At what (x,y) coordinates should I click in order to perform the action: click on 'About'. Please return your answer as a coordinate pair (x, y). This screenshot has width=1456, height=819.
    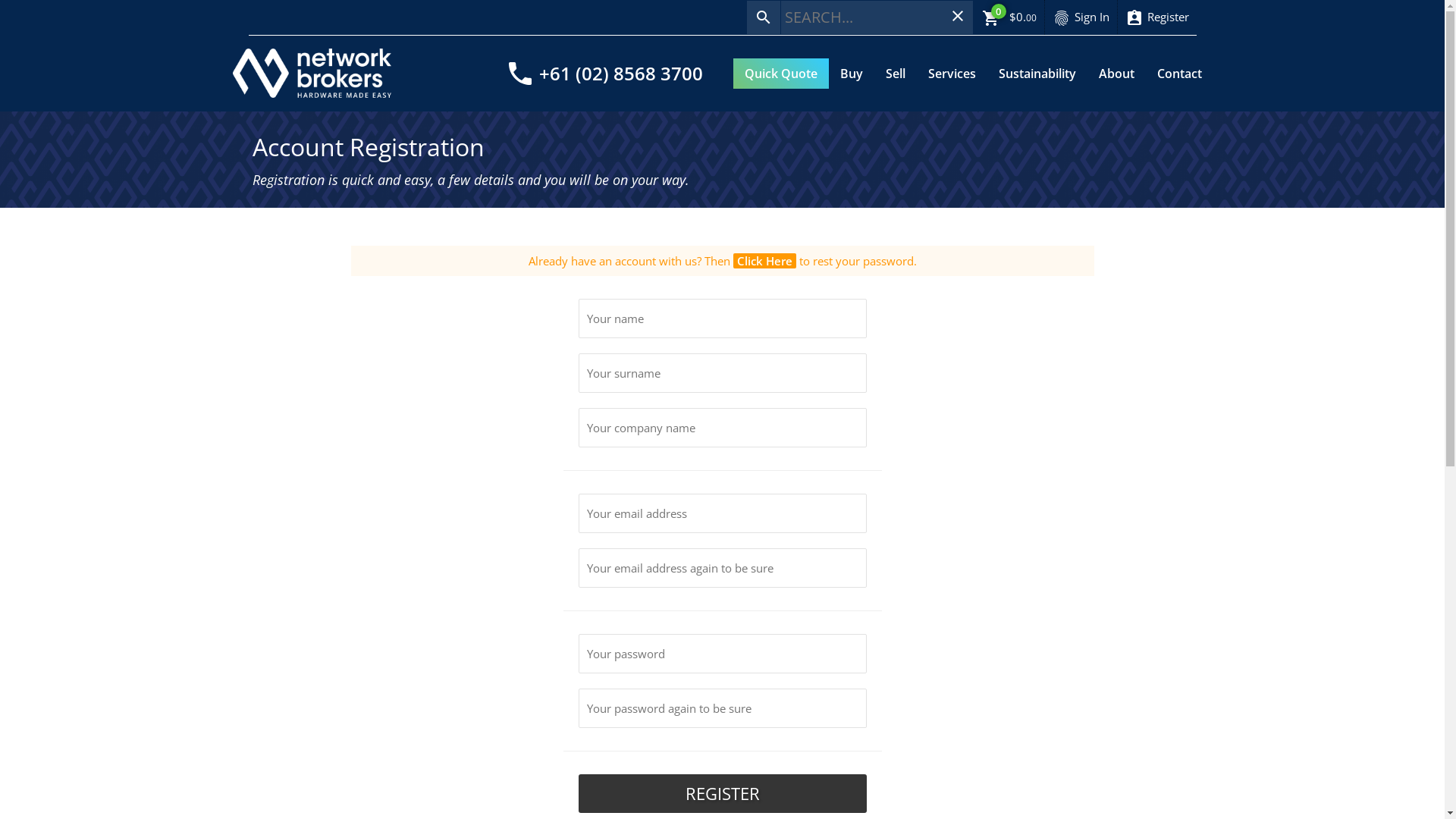
    Looking at the image, I should click on (1087, 73).